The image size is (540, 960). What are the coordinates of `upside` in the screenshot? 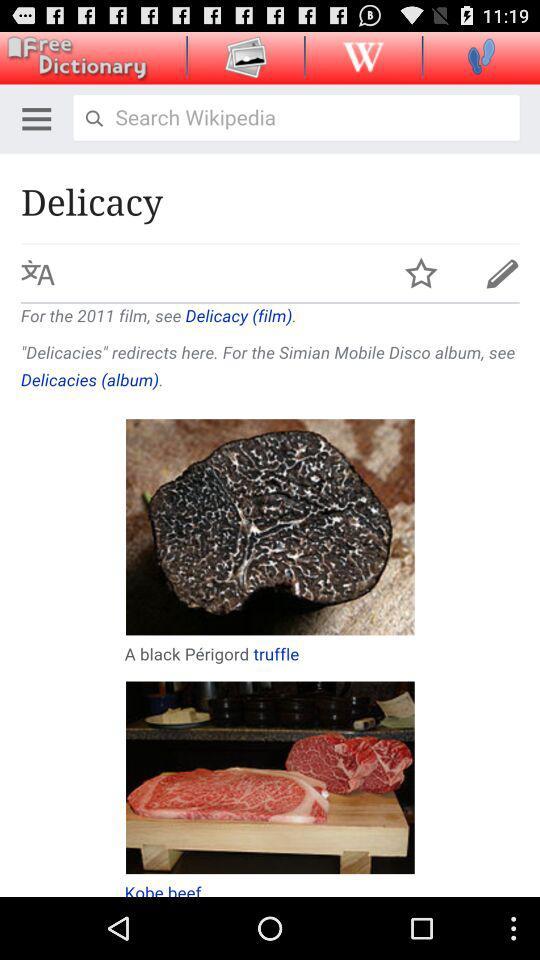 It's located at (362, 55).